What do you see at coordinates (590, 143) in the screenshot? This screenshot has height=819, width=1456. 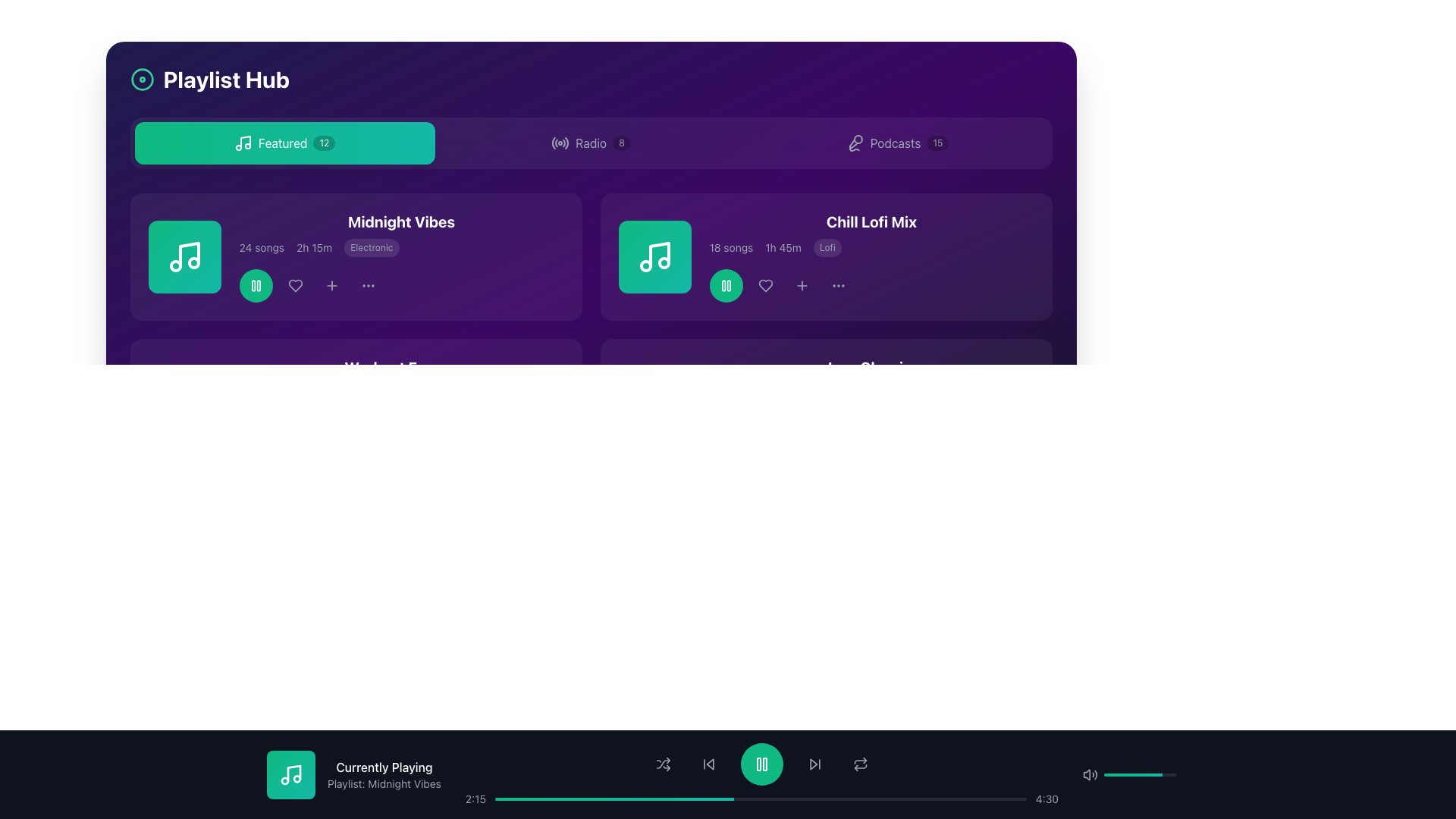 I see `the 'Radio' navigation option in the top bar for accessibility navigation` at bounding box center [590, 143].